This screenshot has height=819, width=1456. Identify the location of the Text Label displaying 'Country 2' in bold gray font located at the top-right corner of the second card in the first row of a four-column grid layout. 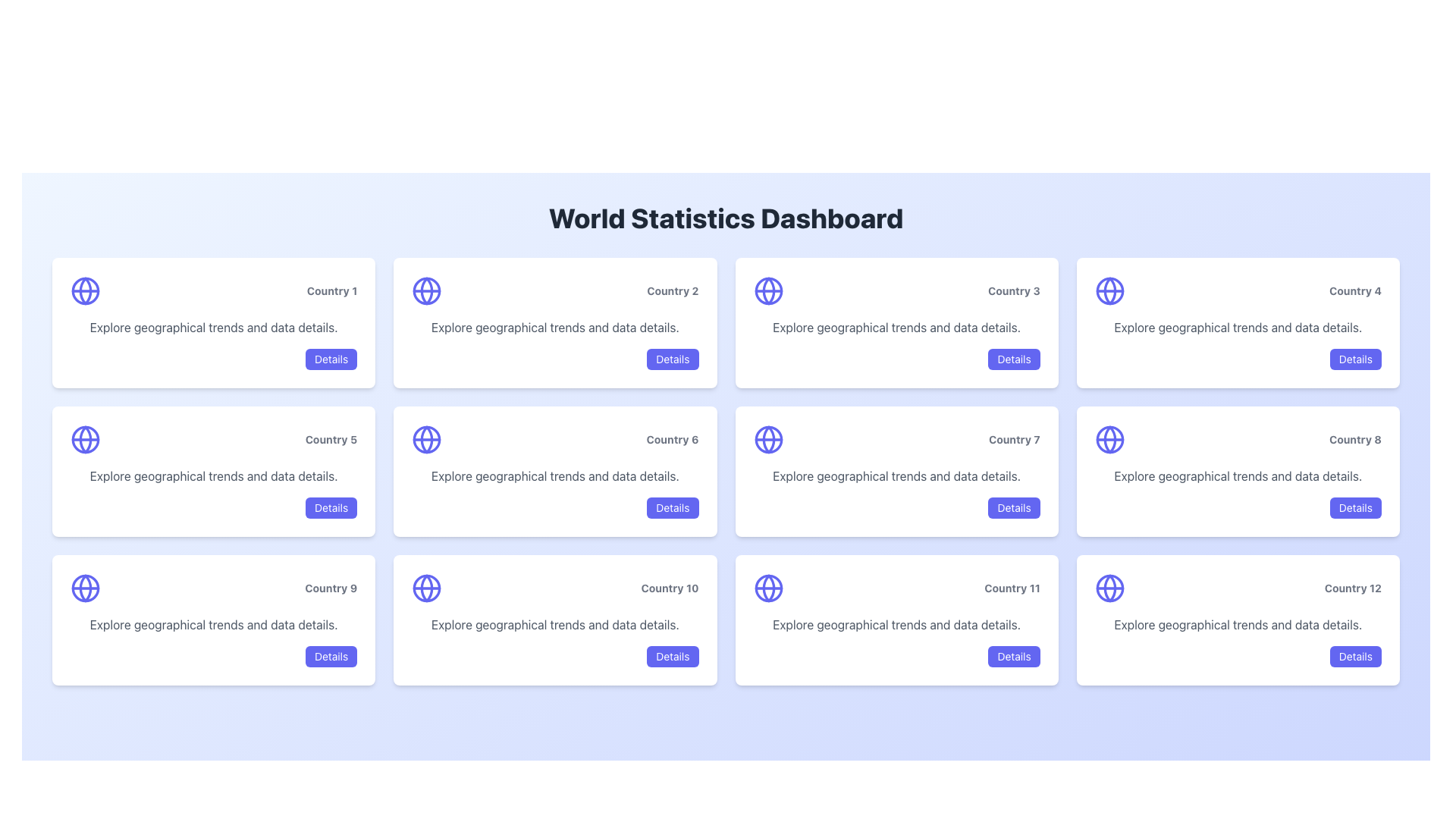
(554, 291).